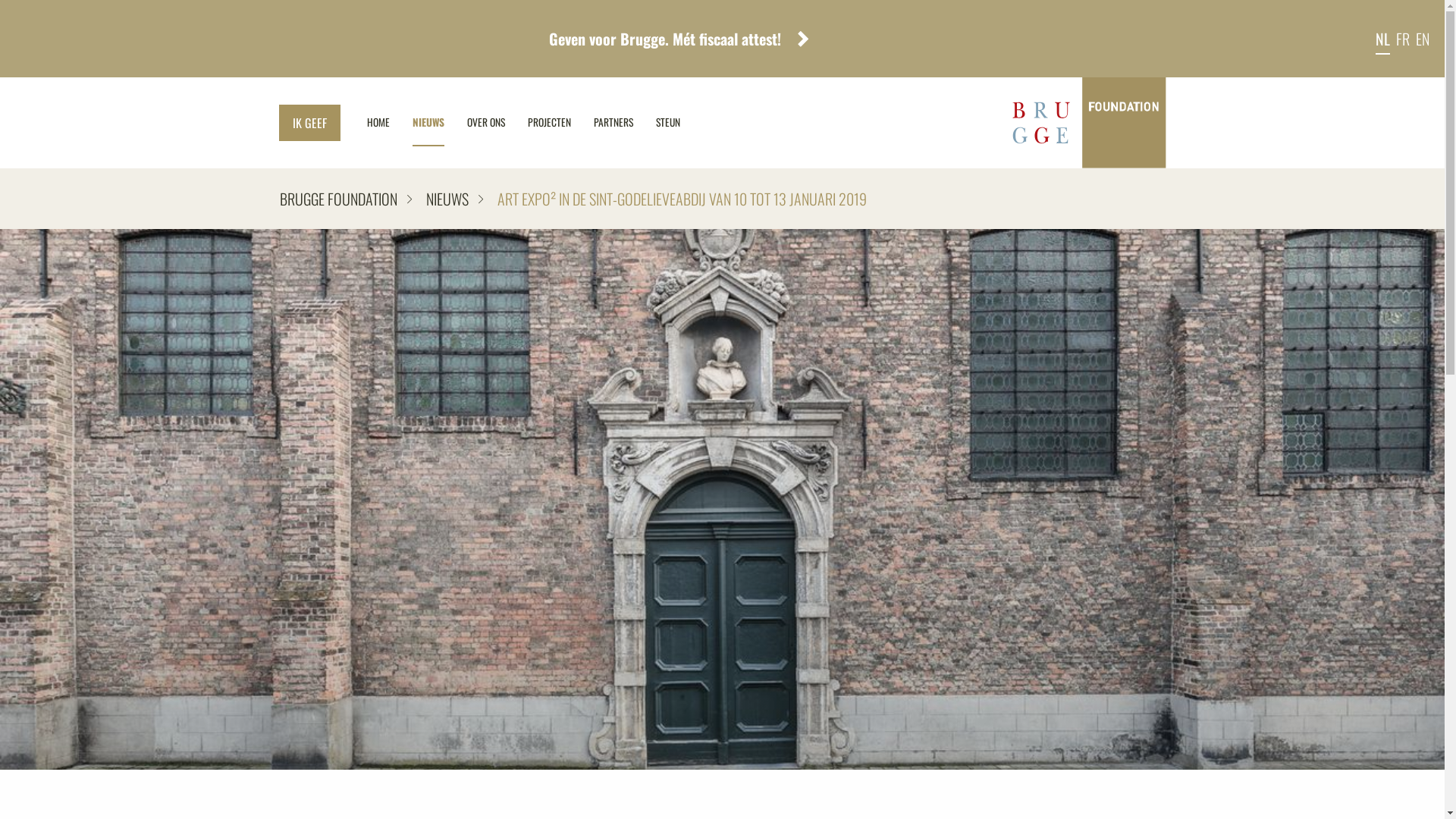  Describe the element at coordinates (613, 122) in the screenshot. I see `'PARTNERS'` at that location.